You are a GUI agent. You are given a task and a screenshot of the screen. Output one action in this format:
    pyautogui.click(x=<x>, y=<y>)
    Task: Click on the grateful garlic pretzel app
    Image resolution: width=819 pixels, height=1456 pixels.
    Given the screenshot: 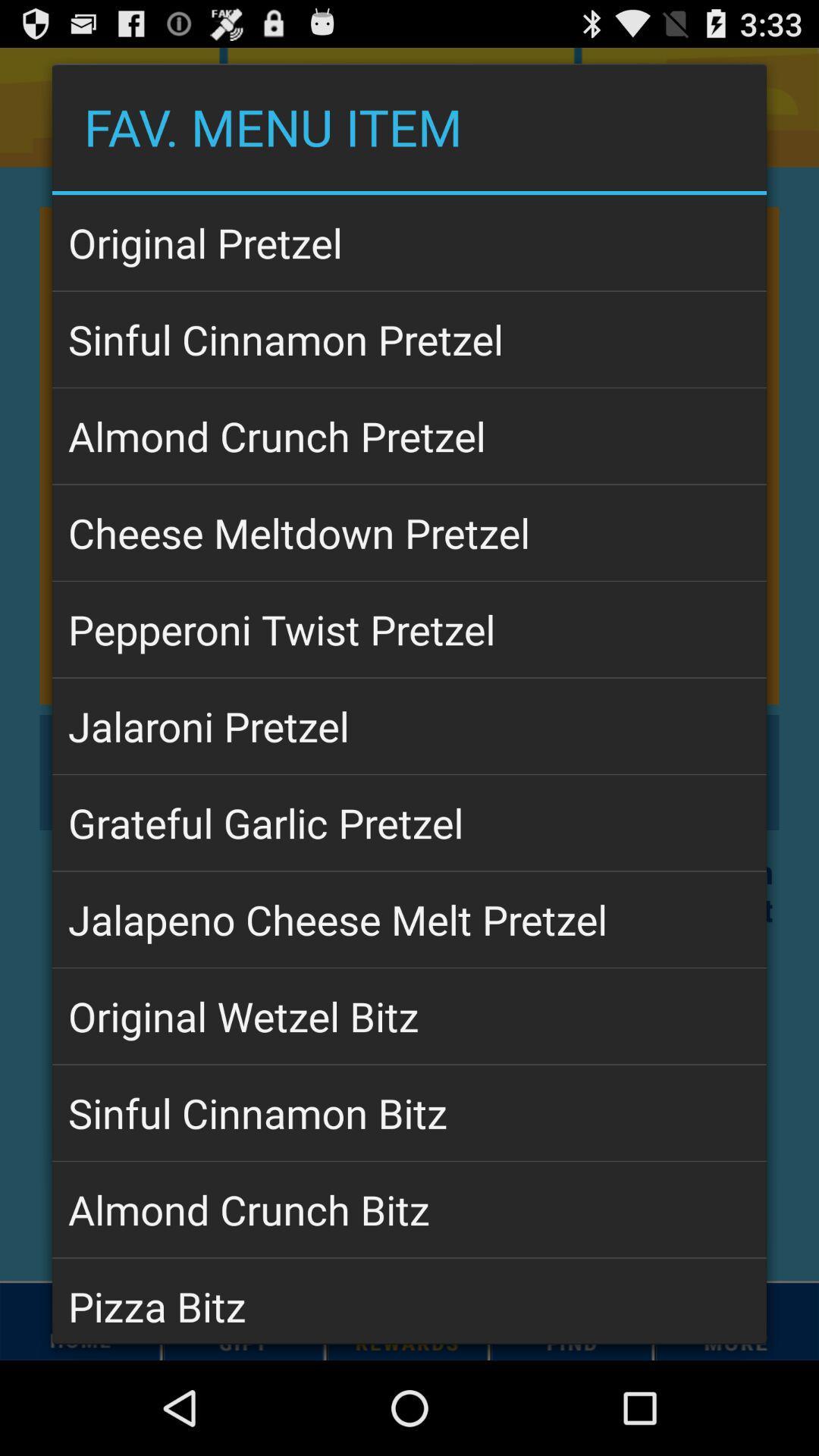 What is the action you would take?
    pyautogui.click(x=409, y=822)
    